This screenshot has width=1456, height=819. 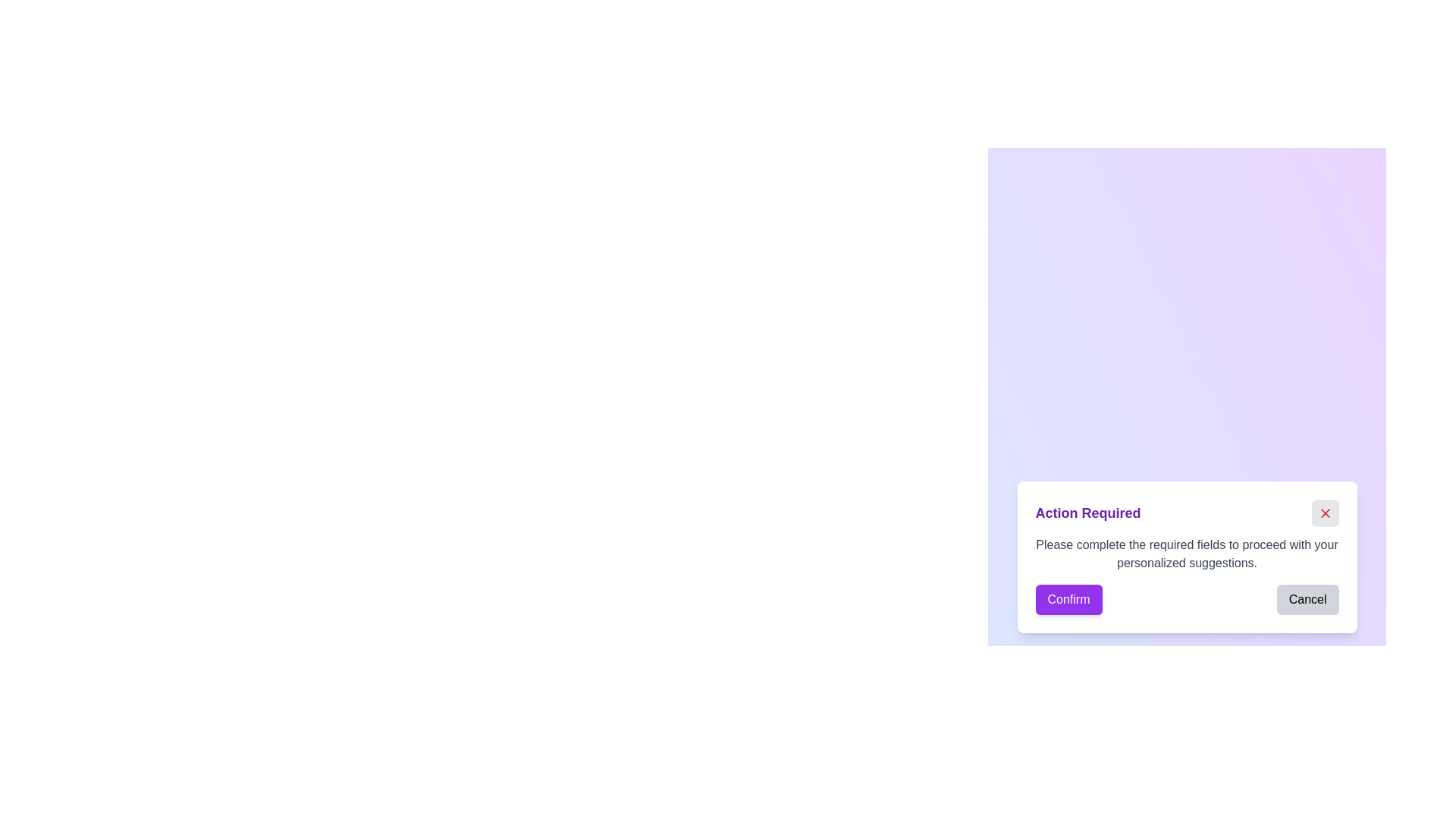 I want to click on the square button with rounded corners and a red 'X' icon located at the top-right corner of the dialog, so click(x=1324, y=513).